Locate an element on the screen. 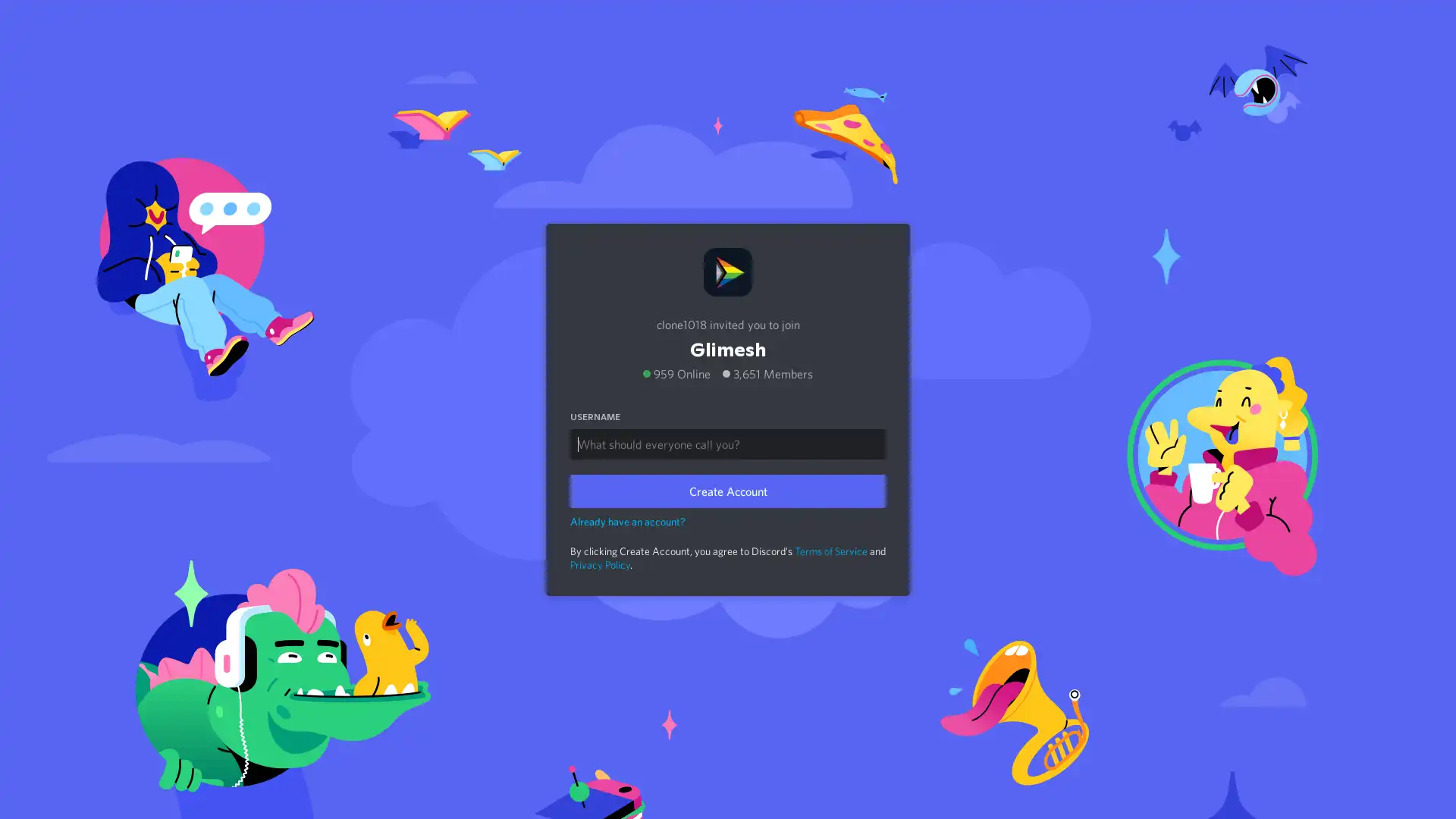 This screenshot has width=1456, height=819. Create Account is located at coordinates (728, 491).